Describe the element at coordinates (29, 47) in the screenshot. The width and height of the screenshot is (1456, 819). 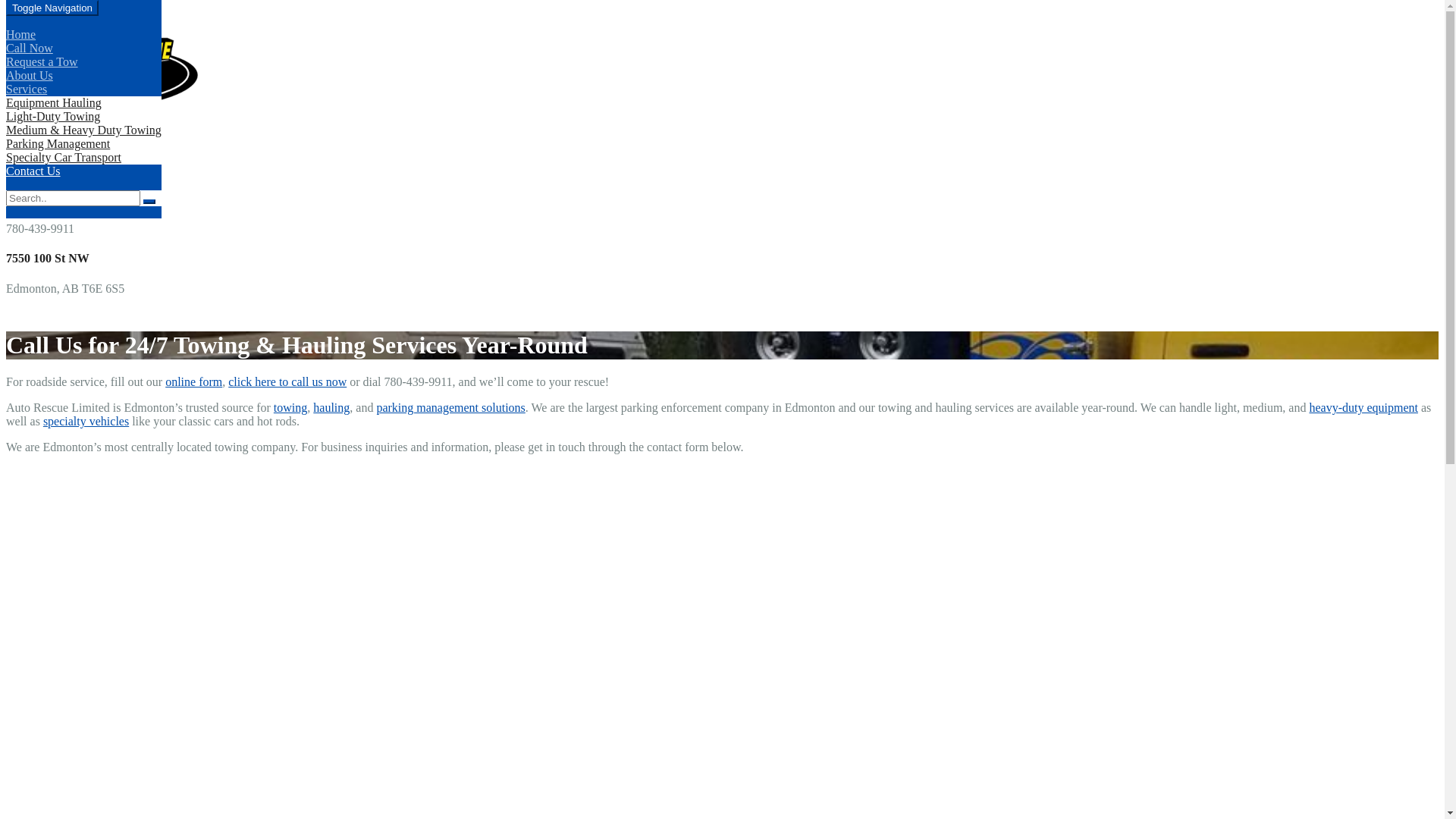
I see `'Call Now'` at that location.